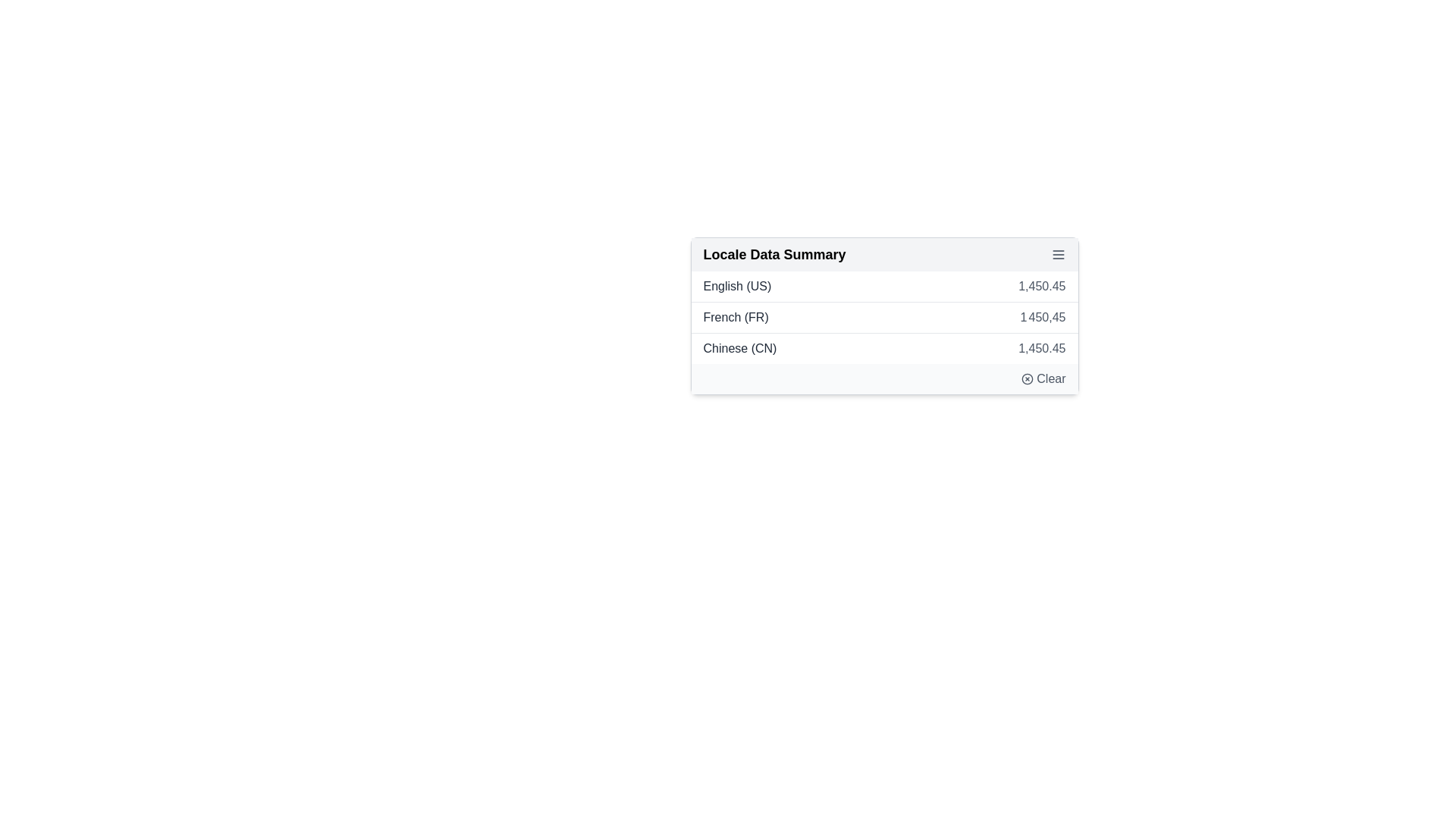 The image size is (1456, 819). What do you see at coordinates (737, 287) in the screenshot?
I see `text label displaying 'English (US)' located in the first row of the list-like component, aligned to the left` at bounding box center [737, 287].